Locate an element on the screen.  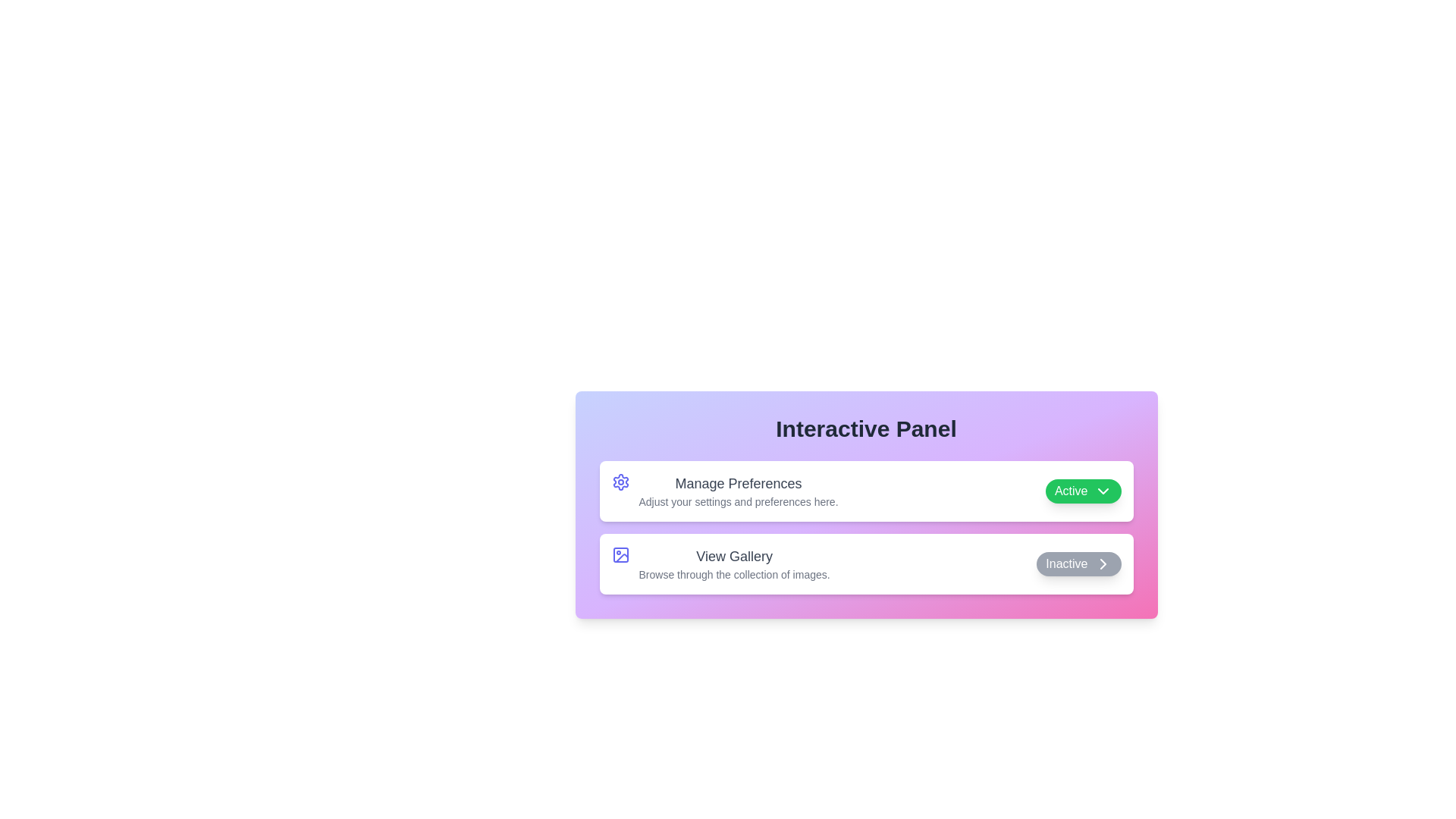
the icon for View Gallery to display its tooltip or description is located at coordinates (620, 555).